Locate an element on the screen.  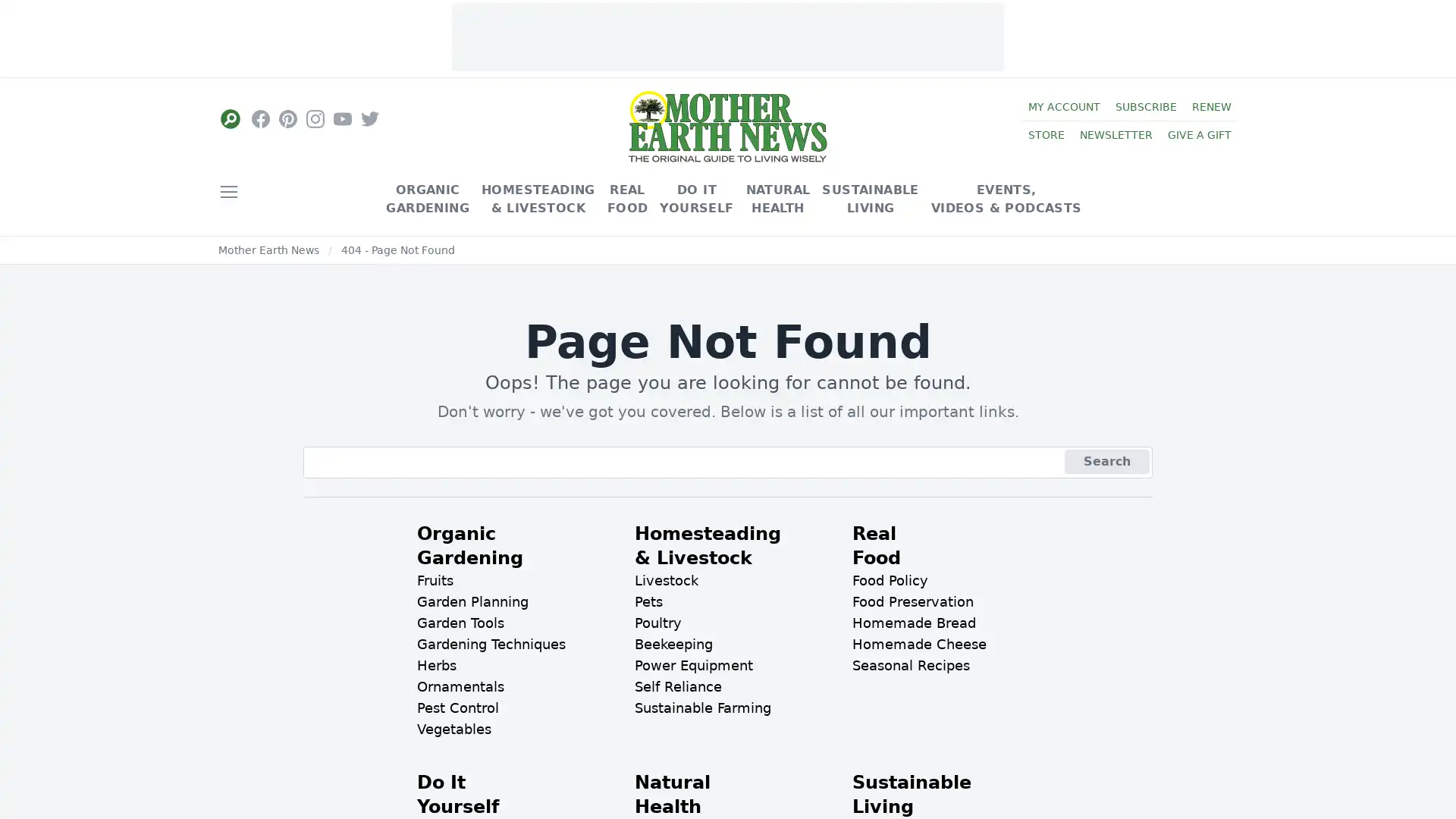
Sign Up Now! is located at coordinates (726, 461).